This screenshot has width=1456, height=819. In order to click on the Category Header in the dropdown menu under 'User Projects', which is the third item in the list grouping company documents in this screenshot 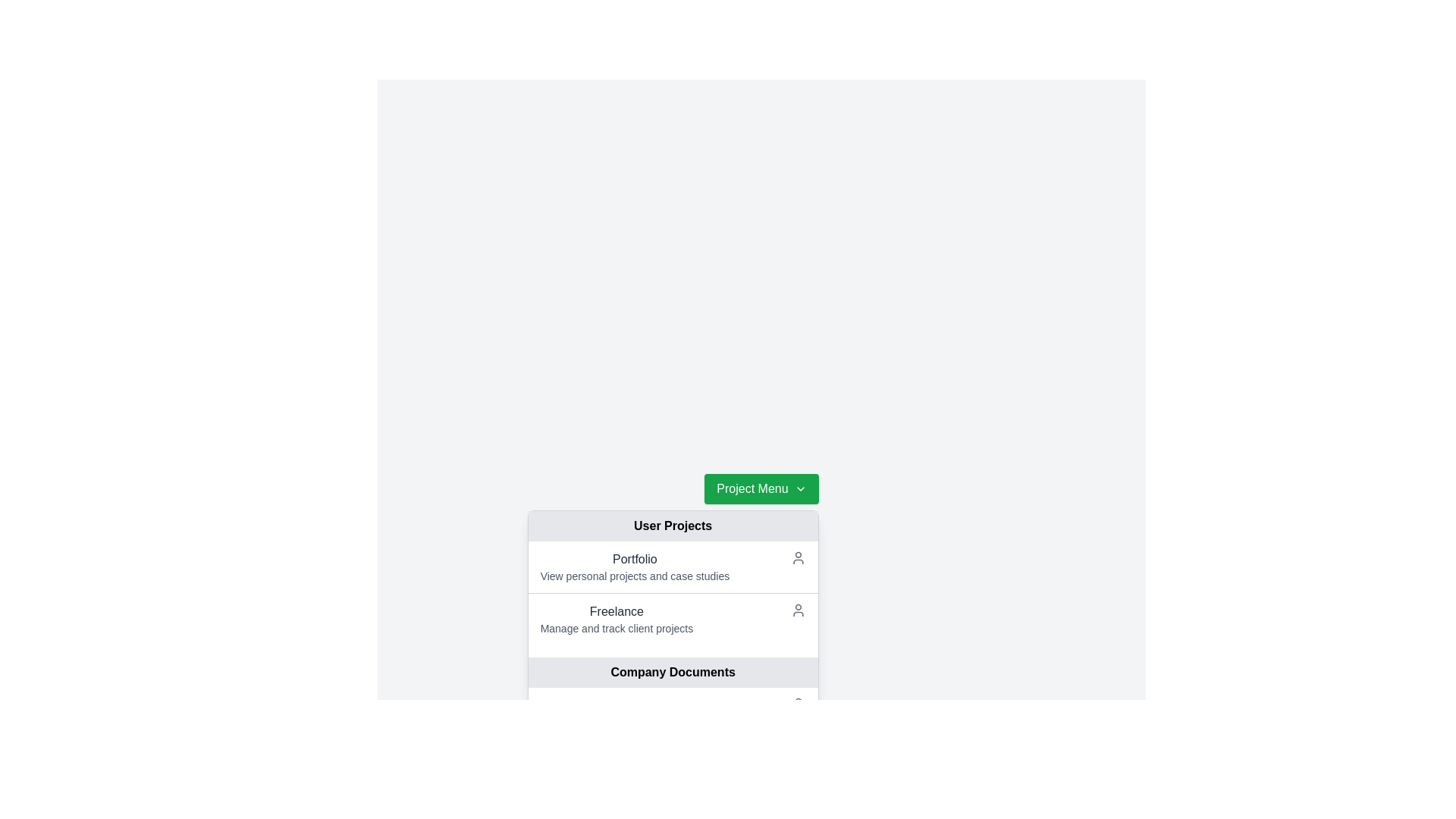, I will do `click(672, 657)`.